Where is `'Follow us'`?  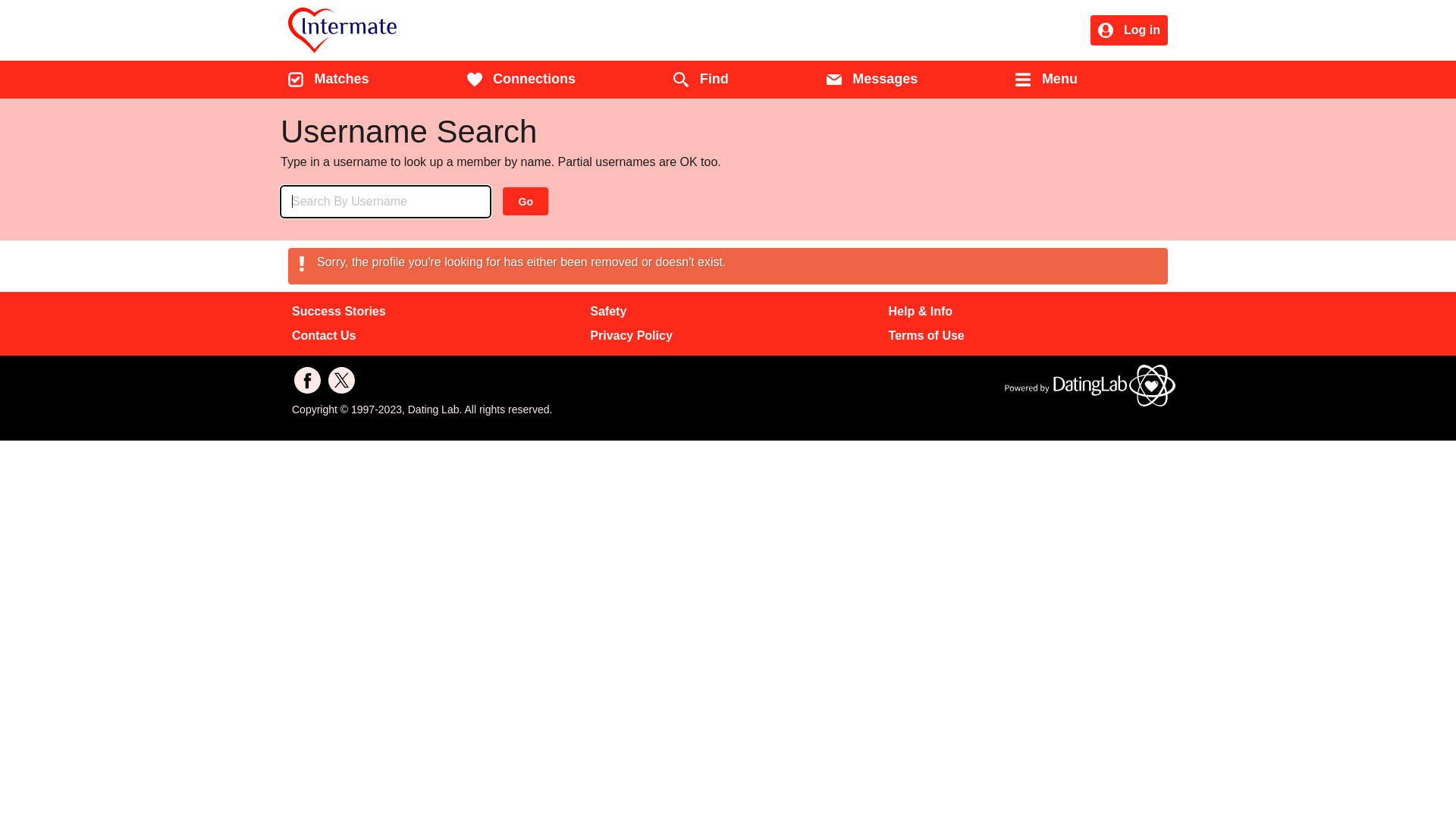
'Follow us' is located at coordinates (340, 379).